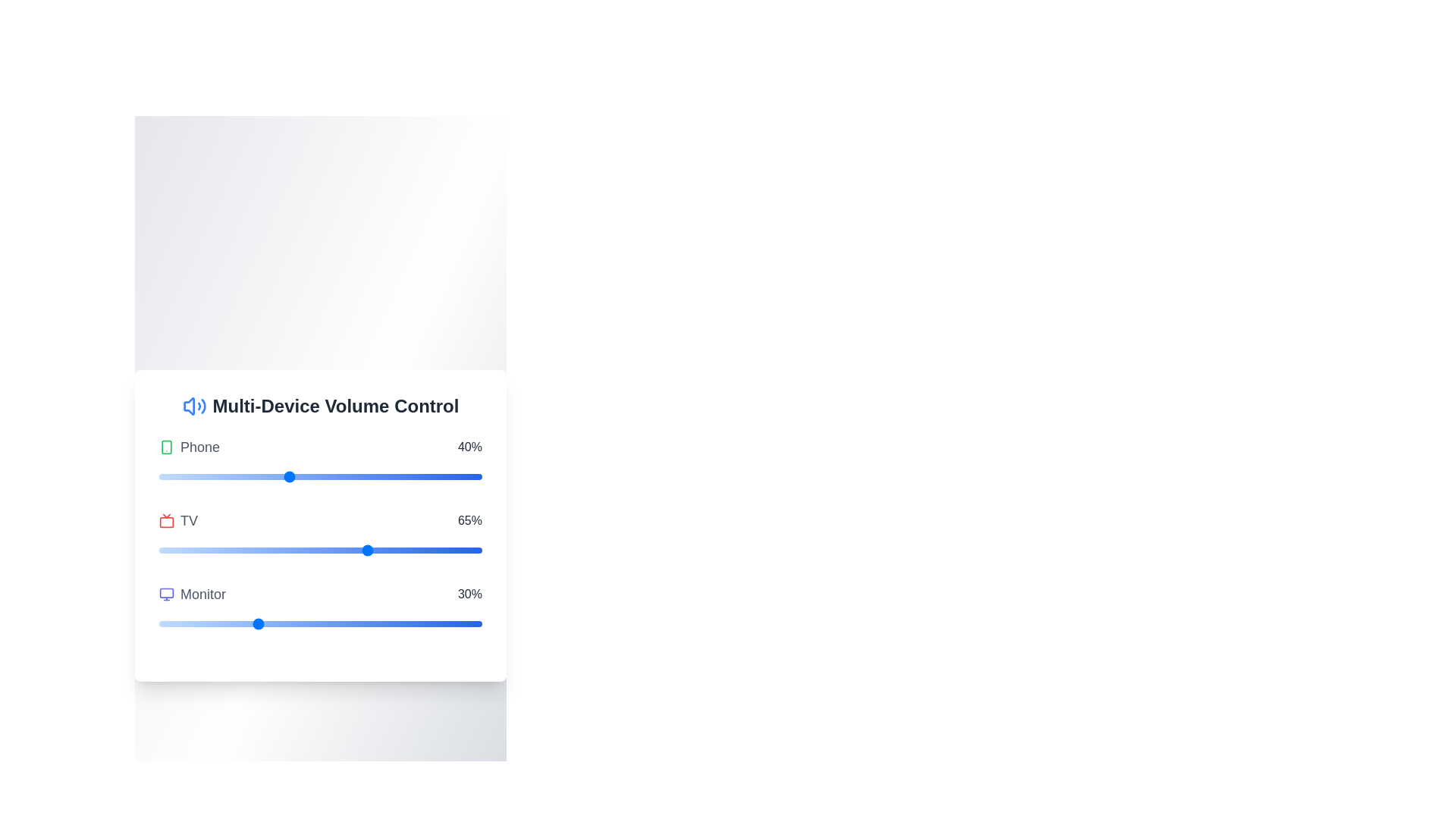 This screenshot has width=1456, height=819. Describe the element at coordinates (398, 475) in the screenshot. I see `the volume slider` at that location.